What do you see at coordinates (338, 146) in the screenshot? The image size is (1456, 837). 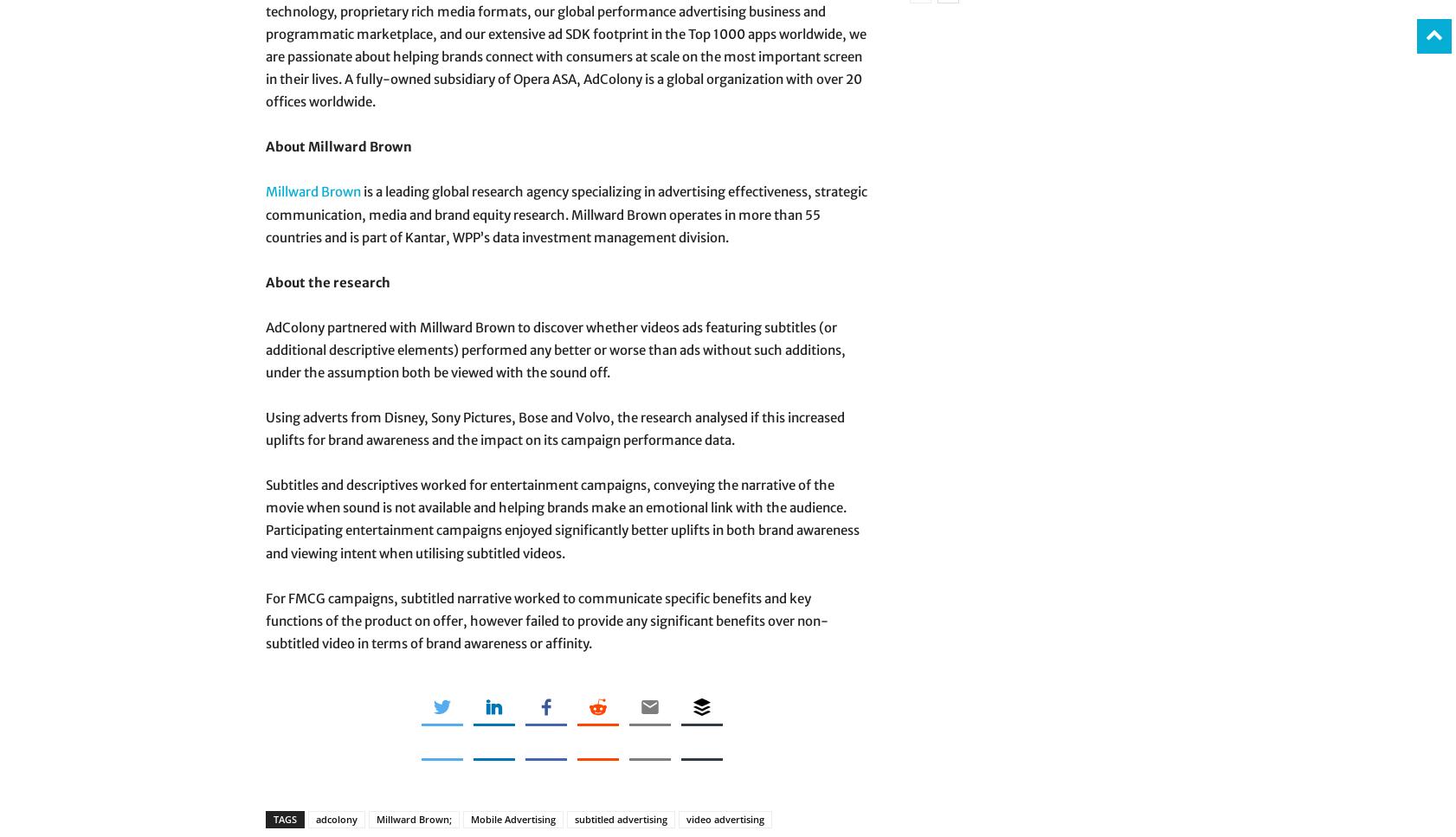 I see `'About Millward Brown'` at bounding box center [338, 146].